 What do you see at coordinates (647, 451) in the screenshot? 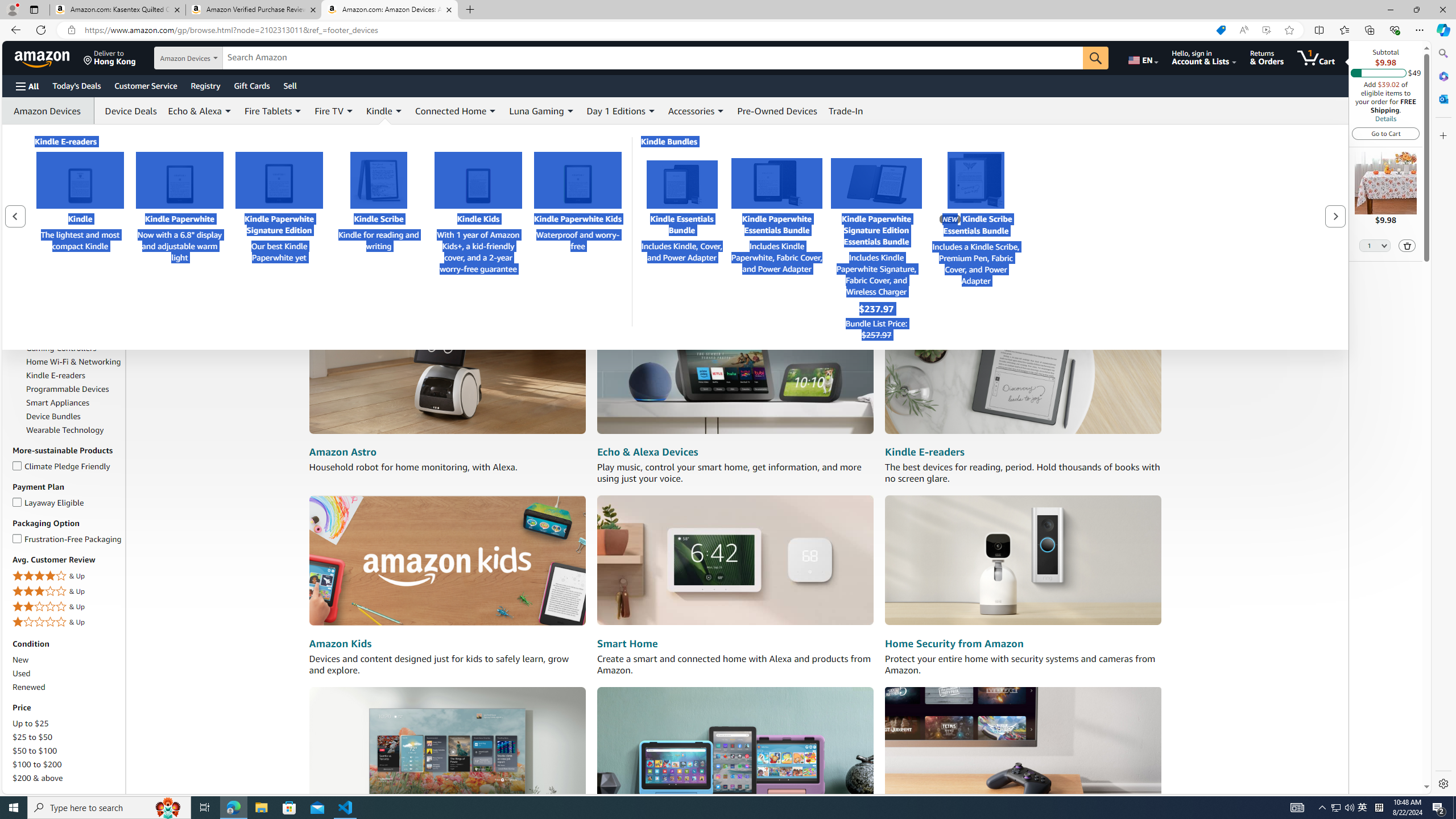
I see `'Echo & Alexa Devices'` at bounding box center [647, 451].